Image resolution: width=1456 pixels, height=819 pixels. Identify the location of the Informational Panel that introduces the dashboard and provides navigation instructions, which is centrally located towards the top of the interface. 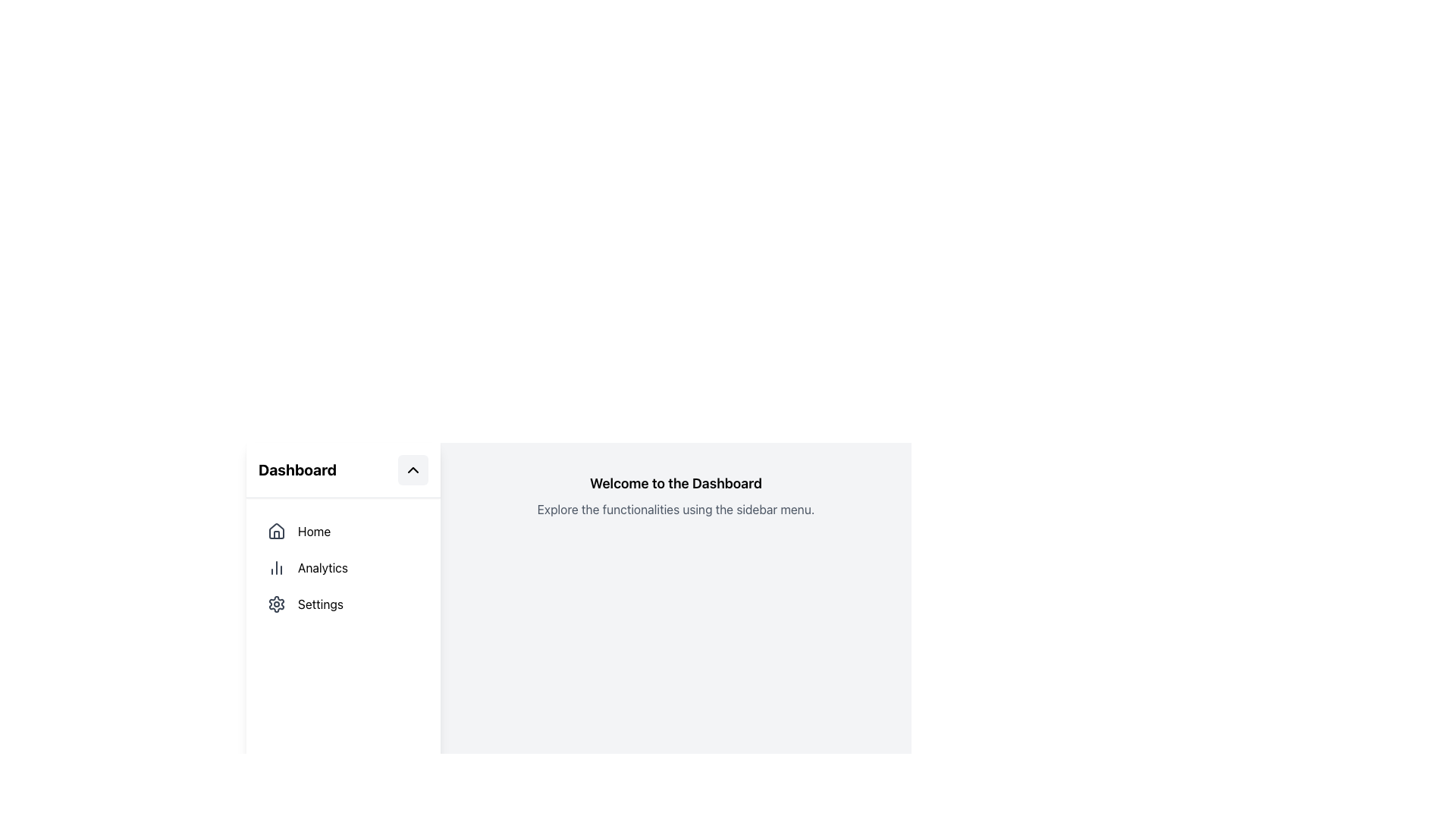
(578, 588).